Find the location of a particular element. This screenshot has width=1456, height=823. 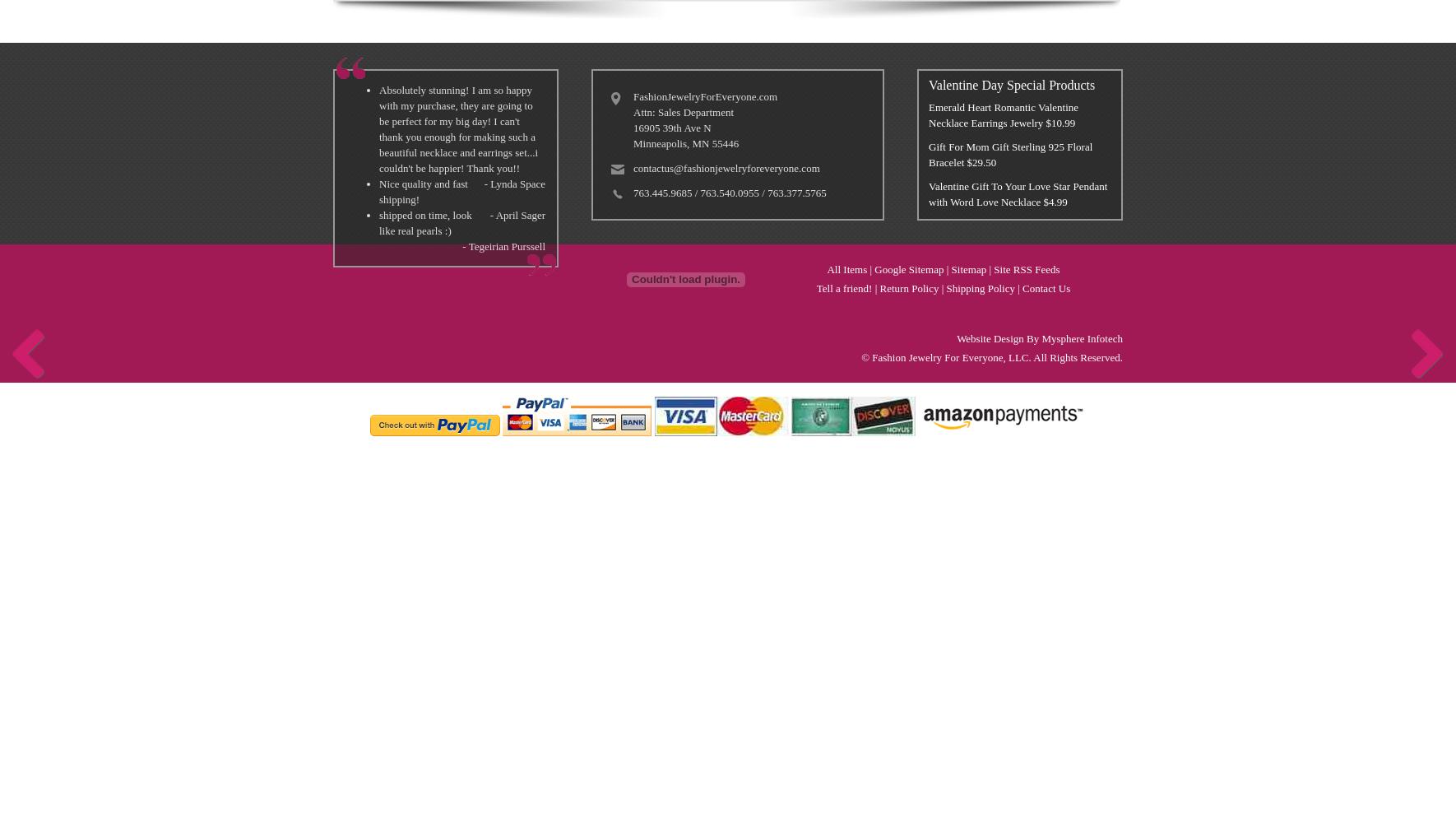

'Emerald Heart Romantic Valentine Necklace Earrings Jewelry $10.99' is located at coordinates (1003, 115).